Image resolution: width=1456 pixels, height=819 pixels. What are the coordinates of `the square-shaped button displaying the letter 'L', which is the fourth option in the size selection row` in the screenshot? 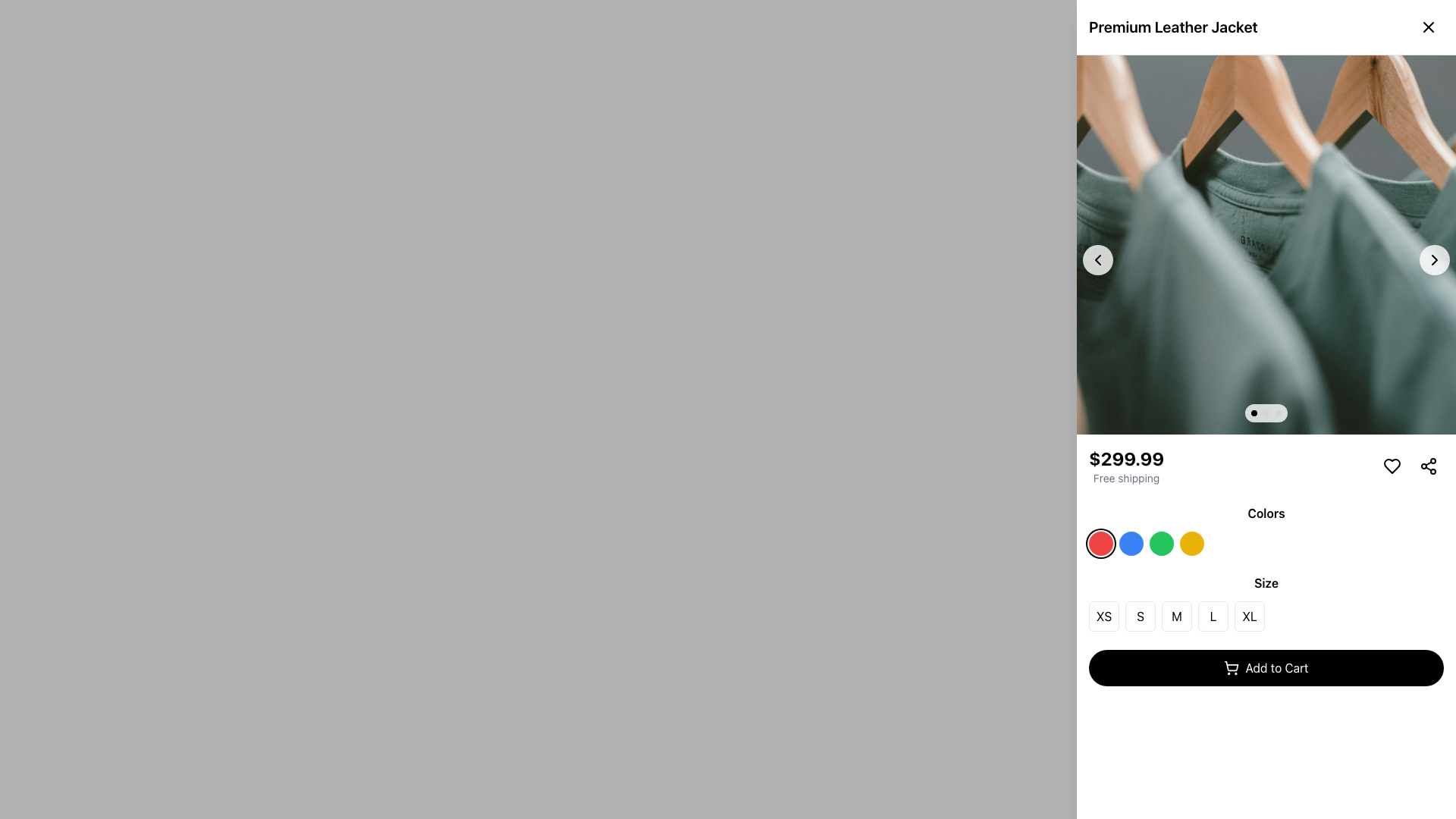 It's located at (1212, 617).